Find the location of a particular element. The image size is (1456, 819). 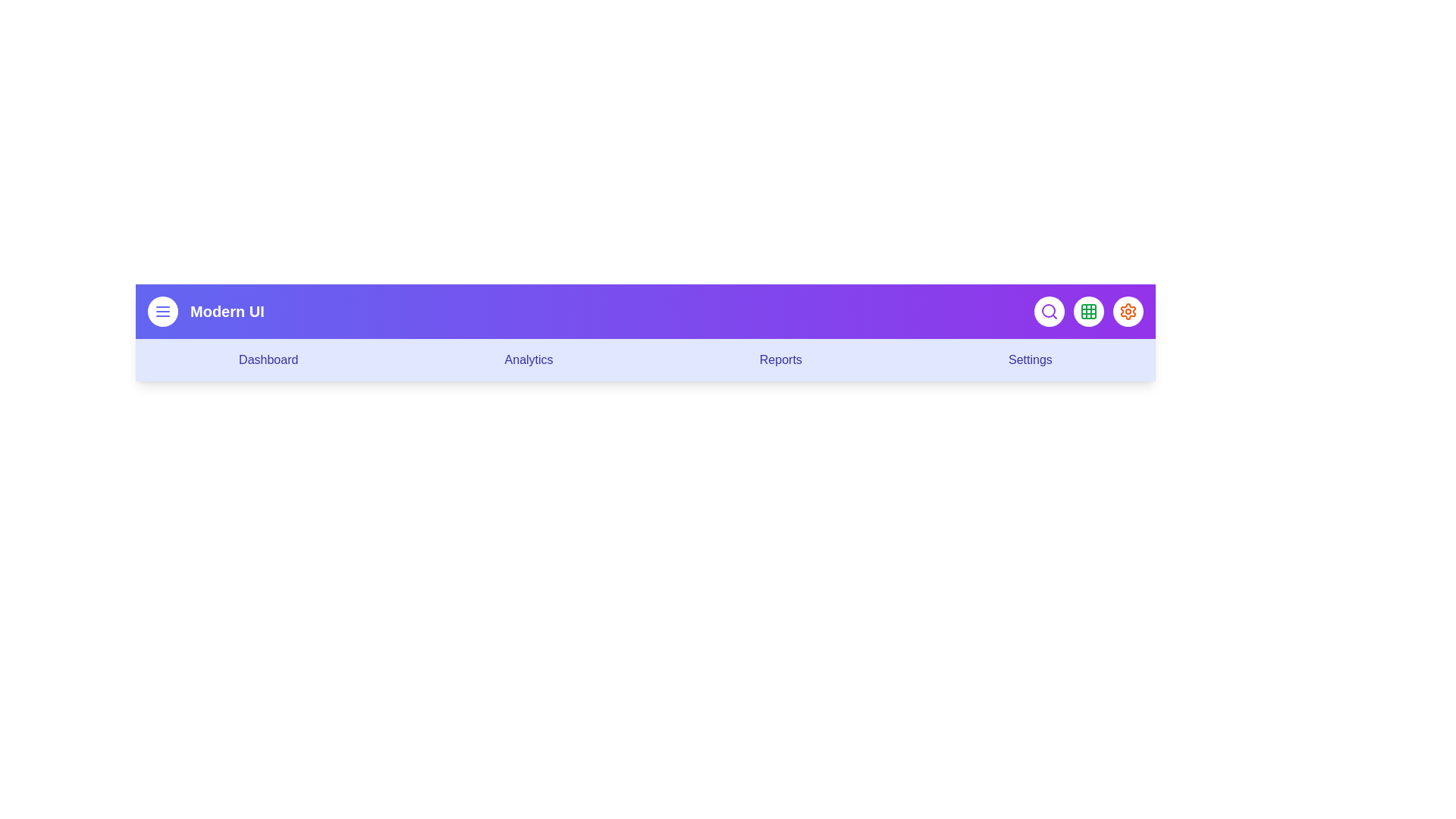

the settings button to open the settings menu is located at coordinates (1128, 311).